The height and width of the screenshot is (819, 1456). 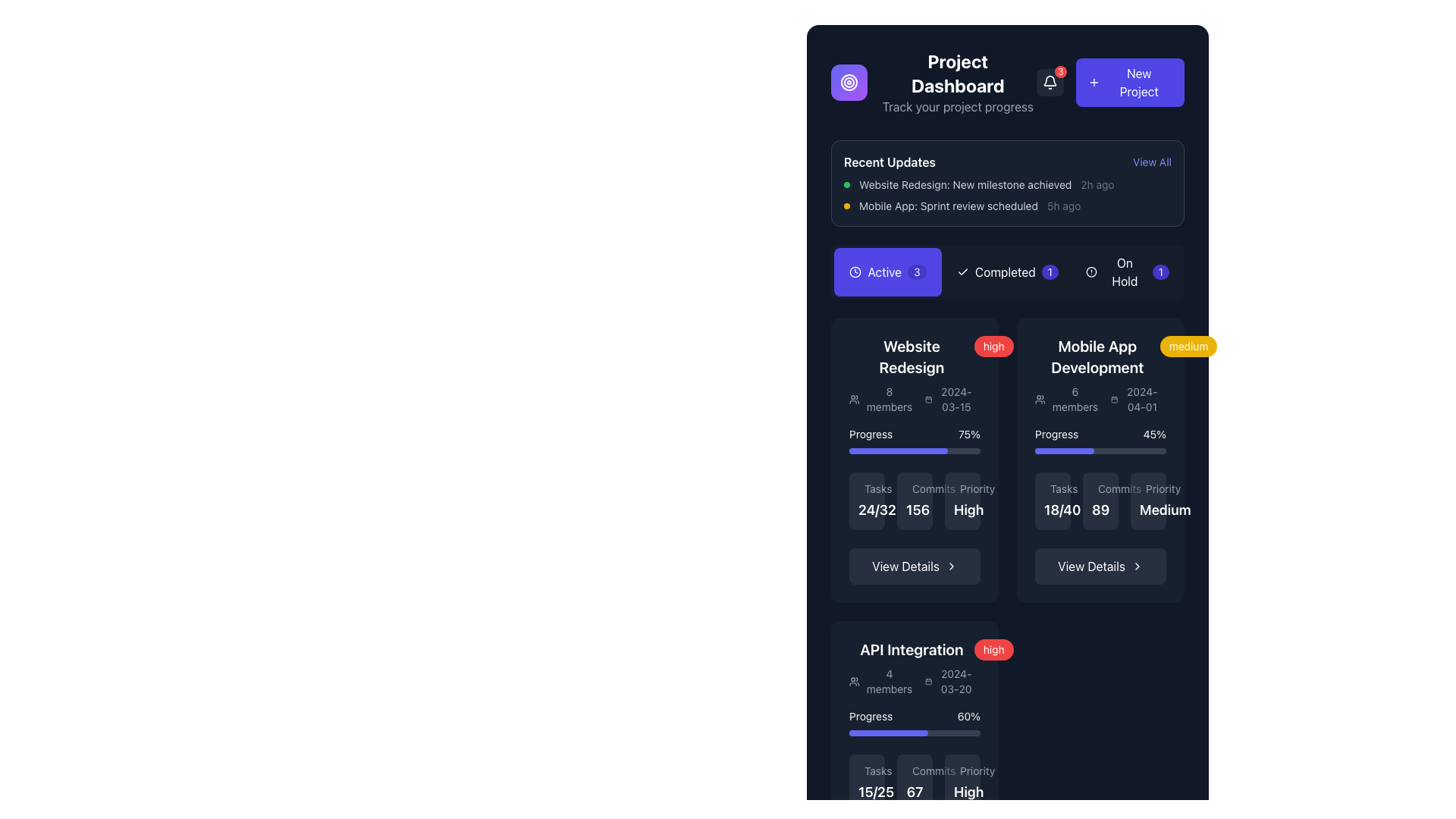 What do you see at coordinates (914, 791) in the screenshot?
I see `the Text label displaying the number of commits for the 'API Integration' project, located under the 'Commits' label in the lower-left card of the interface` at bounding box center [914, 791].